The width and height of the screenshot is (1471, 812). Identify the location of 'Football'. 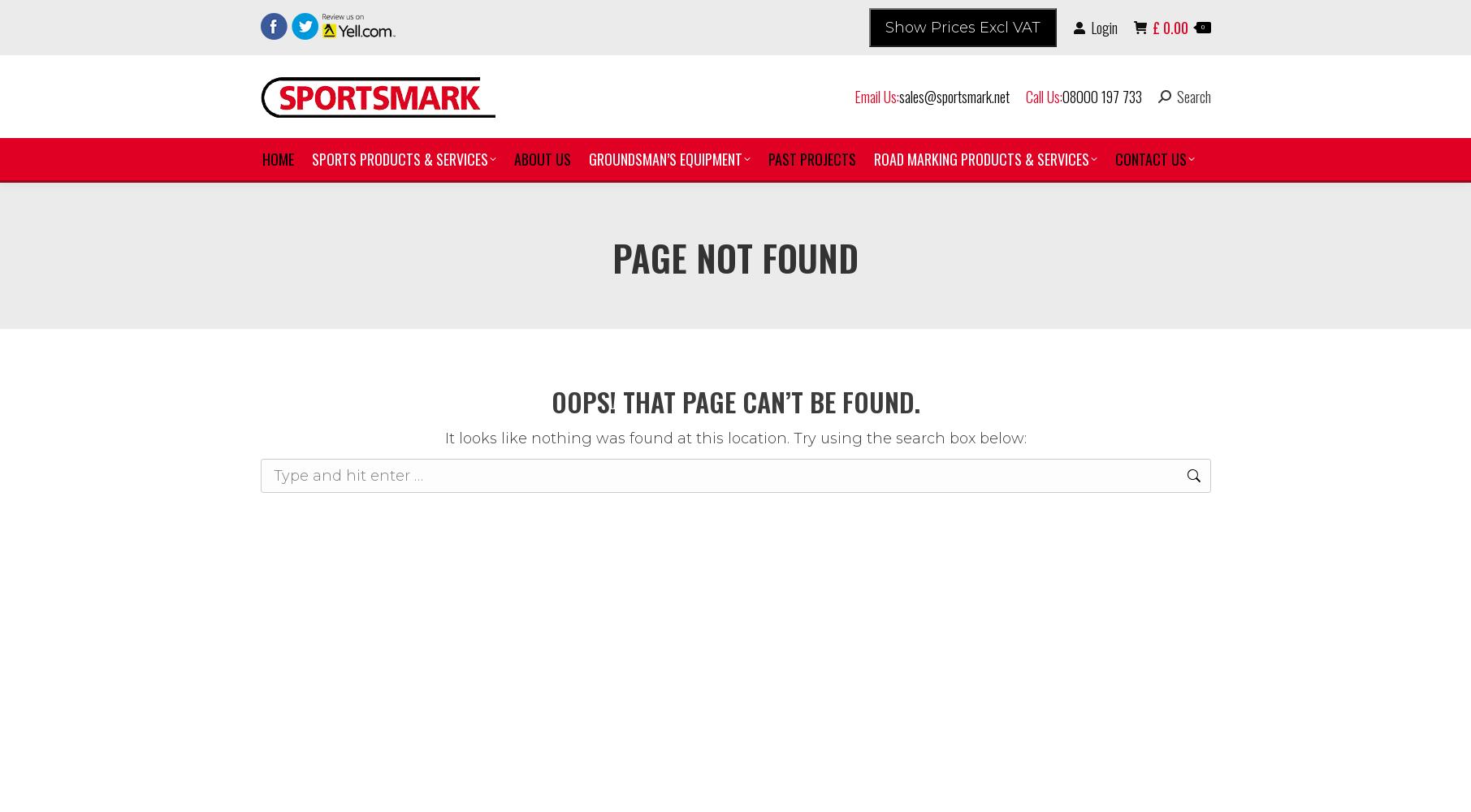
(354, 489).